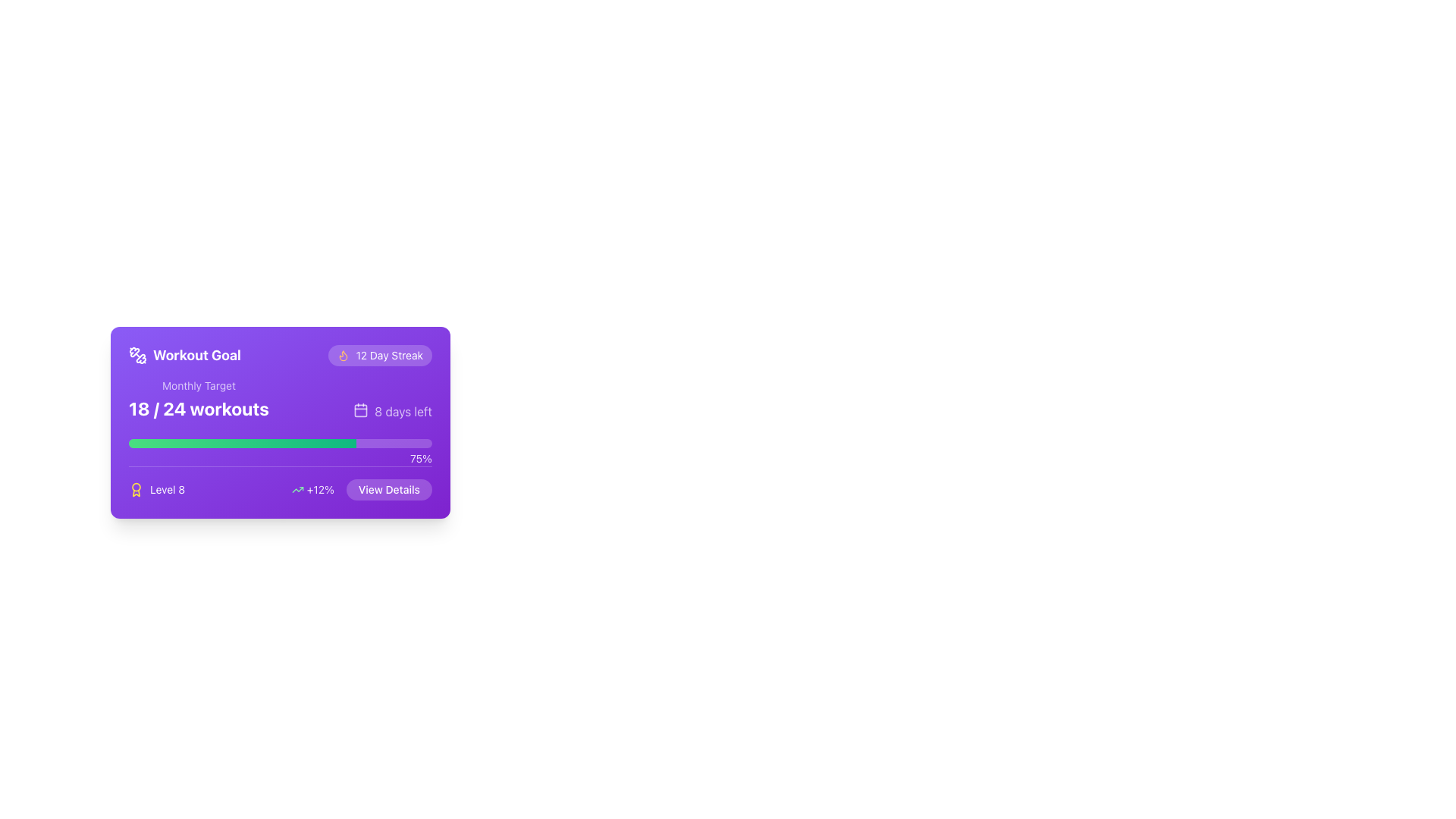 The width and height of the screenshot is (1456, 819). I want to click on the 'Workout Goal' text label, which displays in bold, white font against a purple background, positioned next to a dumbbell icon, so click(196, 356).